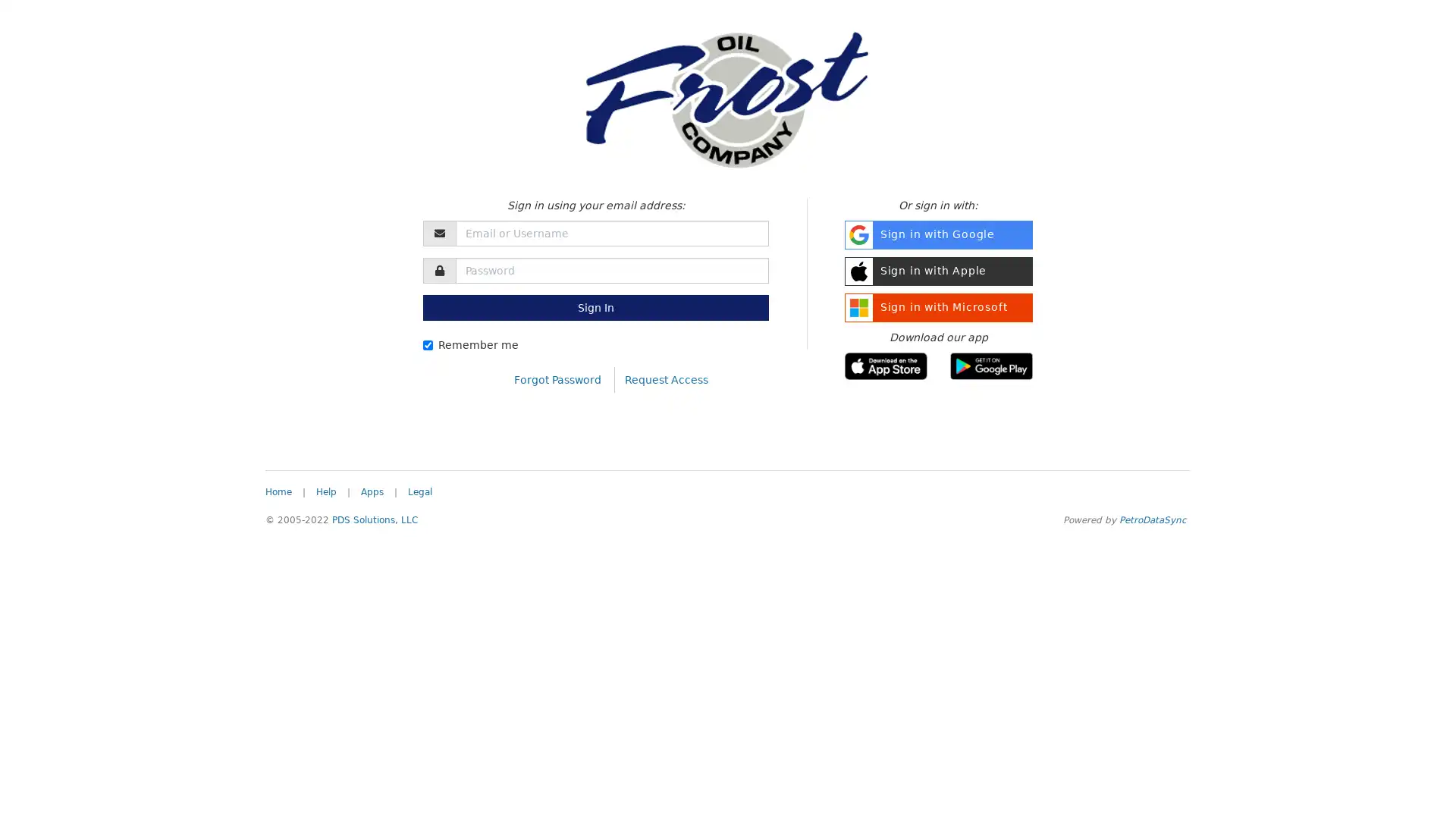 The image size is (1456, 819). Describe the element at coordinates (666, 378) in the screenshot. I see `Request Access` at that location.